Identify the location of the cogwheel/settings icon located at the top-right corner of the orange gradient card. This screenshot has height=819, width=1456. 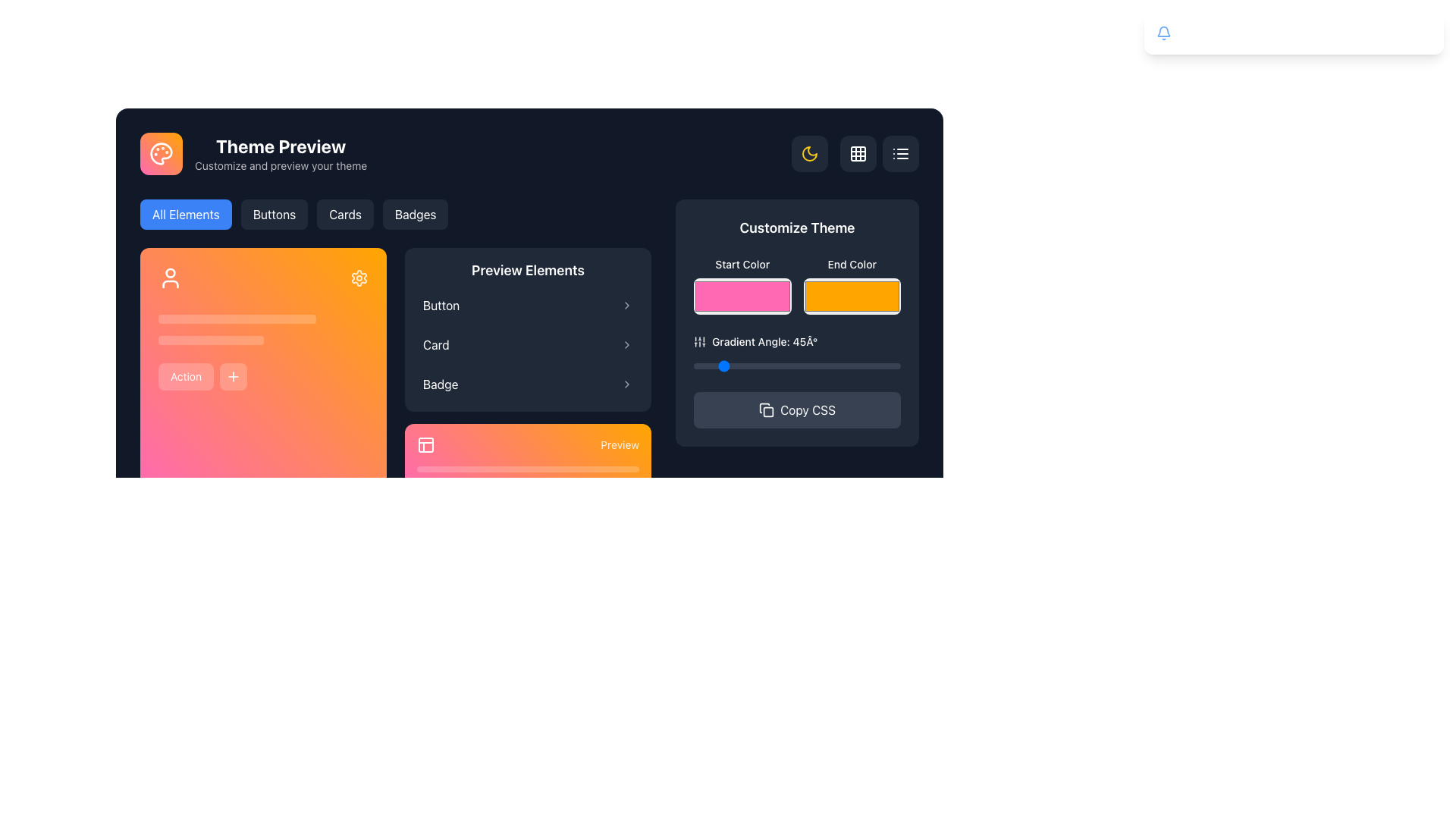
(359, 278).